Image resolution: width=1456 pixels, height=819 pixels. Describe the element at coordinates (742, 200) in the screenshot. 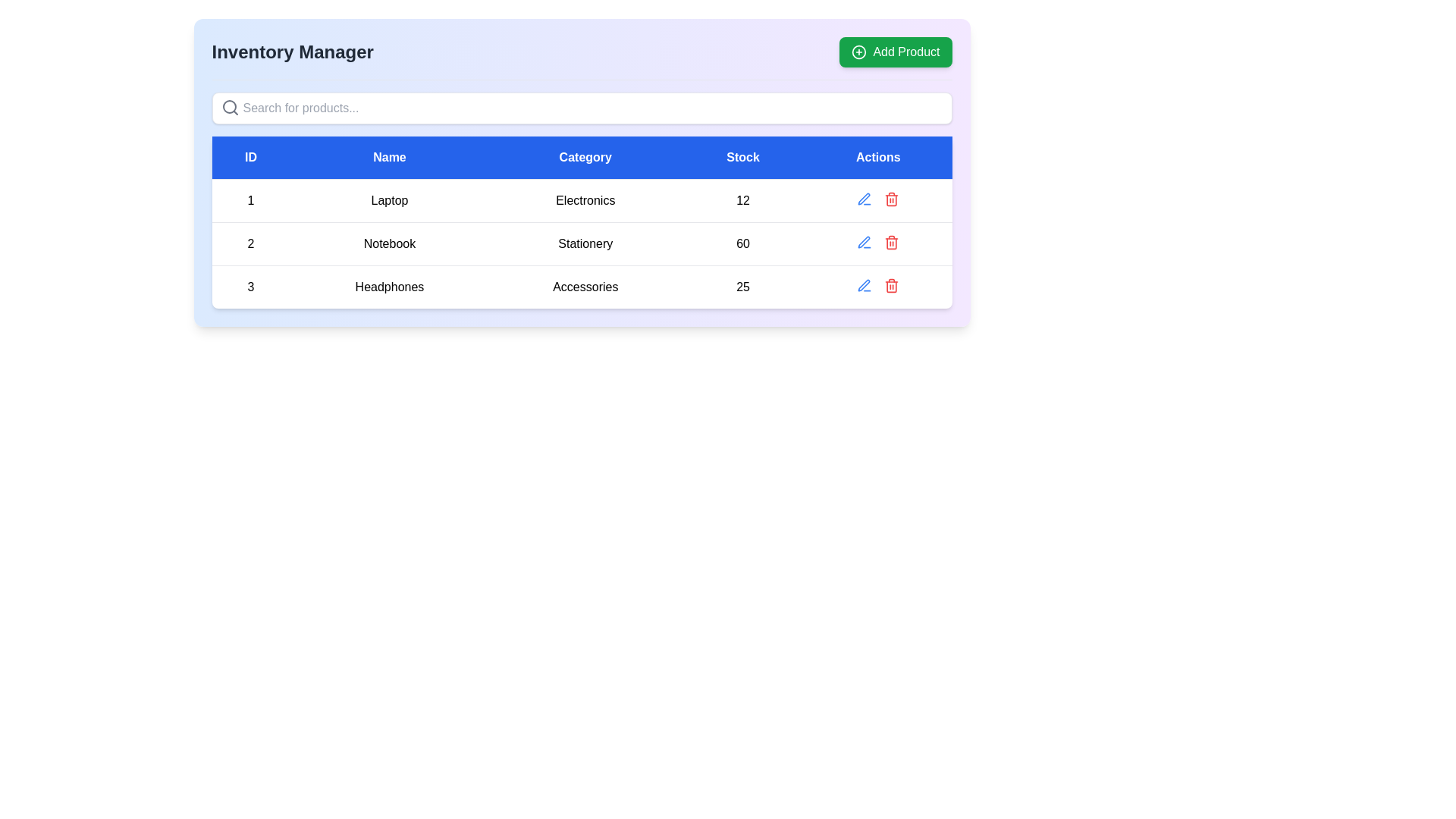

I see `the textual display showing the number '12' in the 'Stock' column of the first row in the table` at that location.